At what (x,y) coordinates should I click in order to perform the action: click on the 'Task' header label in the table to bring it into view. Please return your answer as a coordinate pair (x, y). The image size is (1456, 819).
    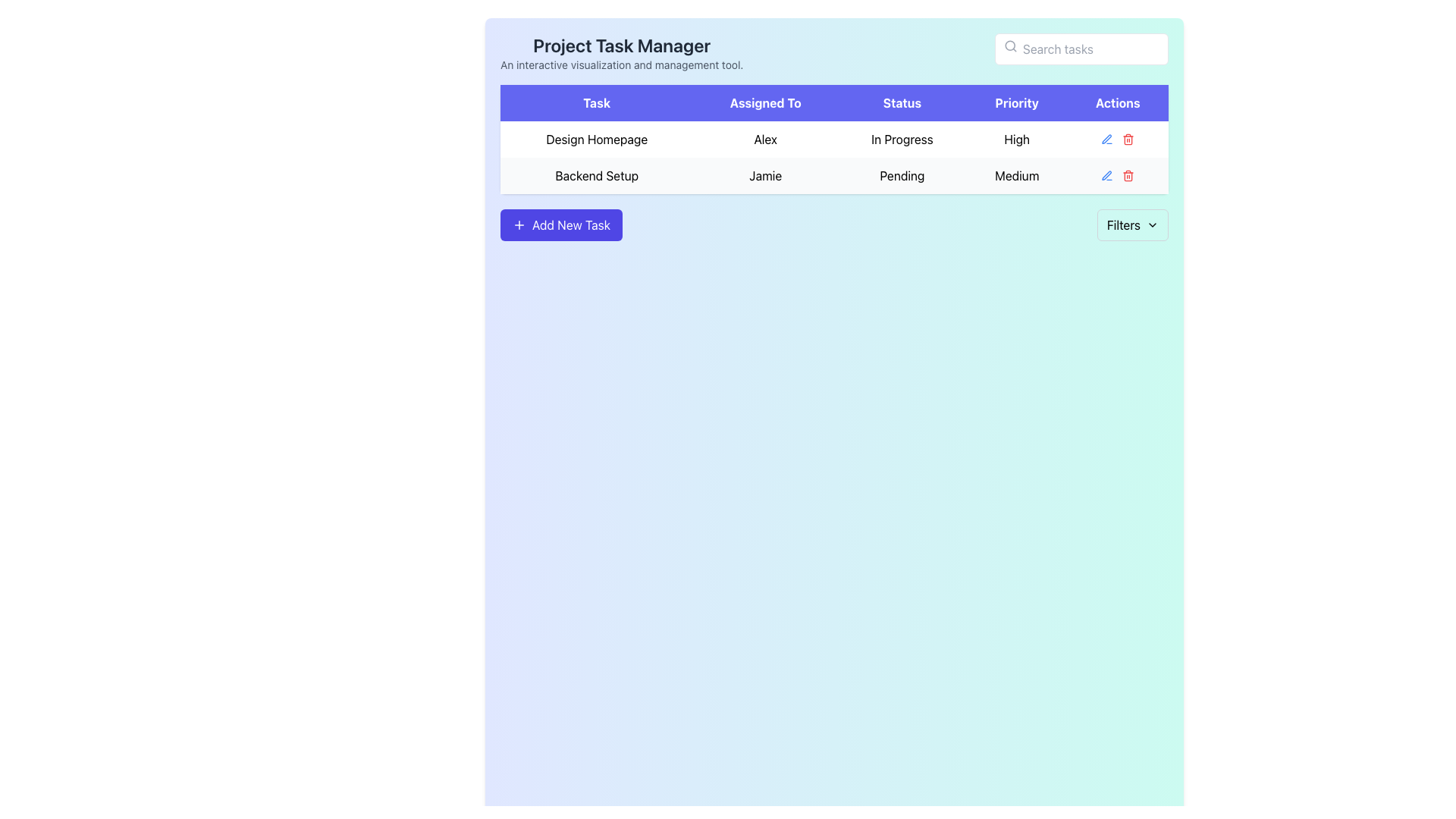
    Looking at the image, I should click on (596, 102).